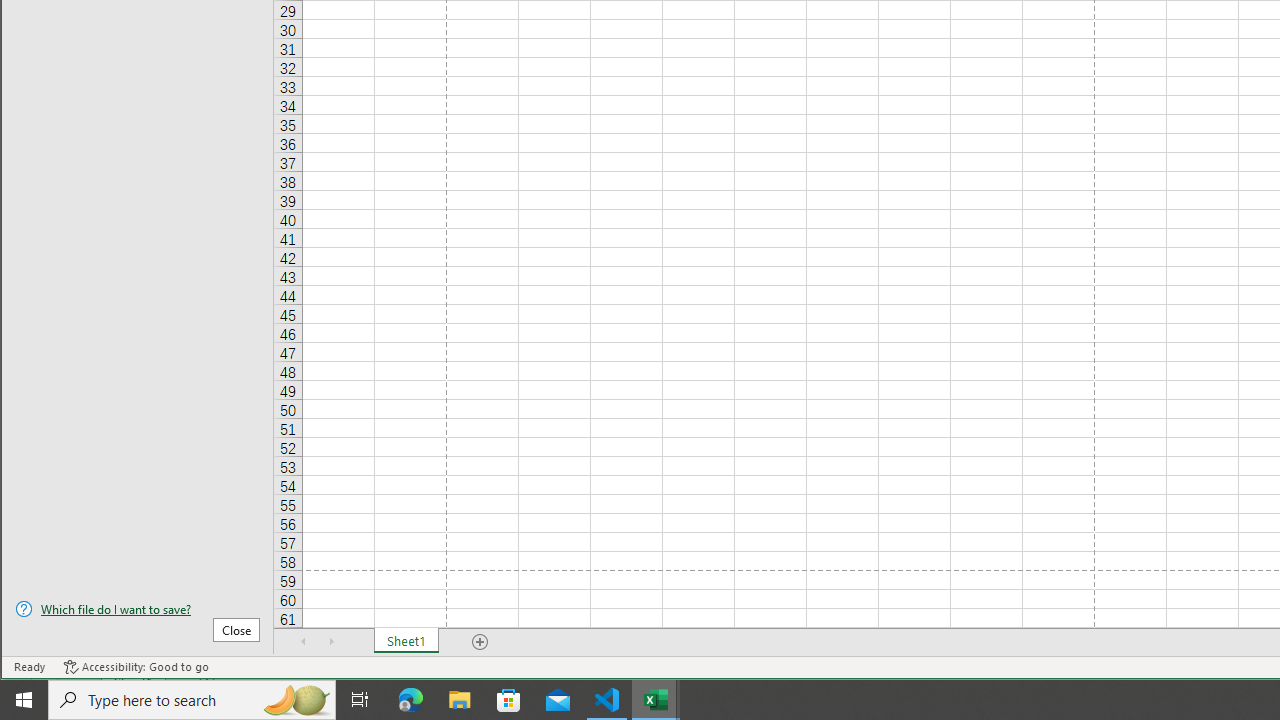 The height and width of the screenshot is (720, 1280). Describe the element at coordinates (24, 698) in the screenshot. I see `'Start'` at that location.